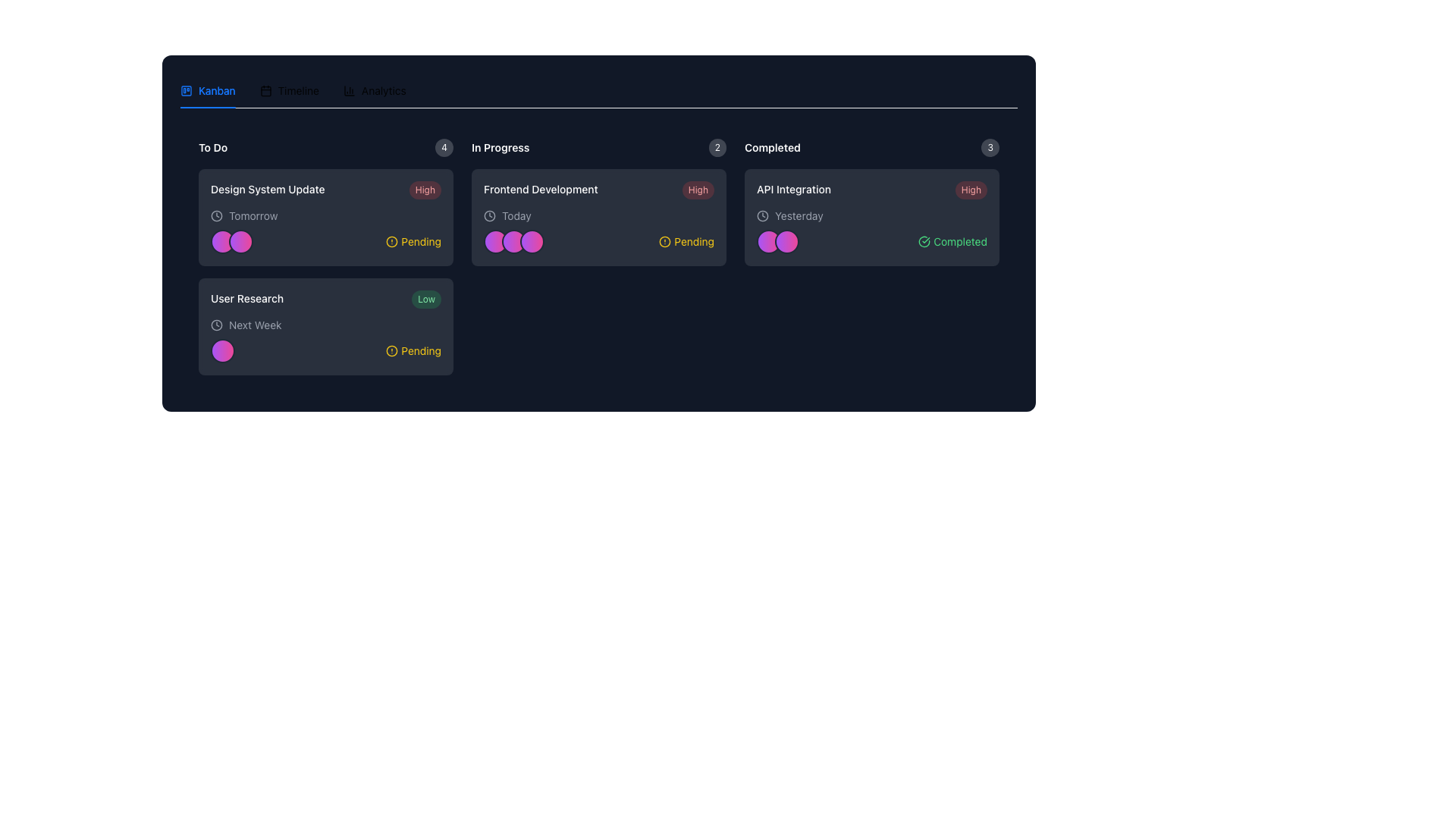  I want to click on the task card titled 'Frontend Development', which is currently marked as 'In Progress', so click(598, 256).